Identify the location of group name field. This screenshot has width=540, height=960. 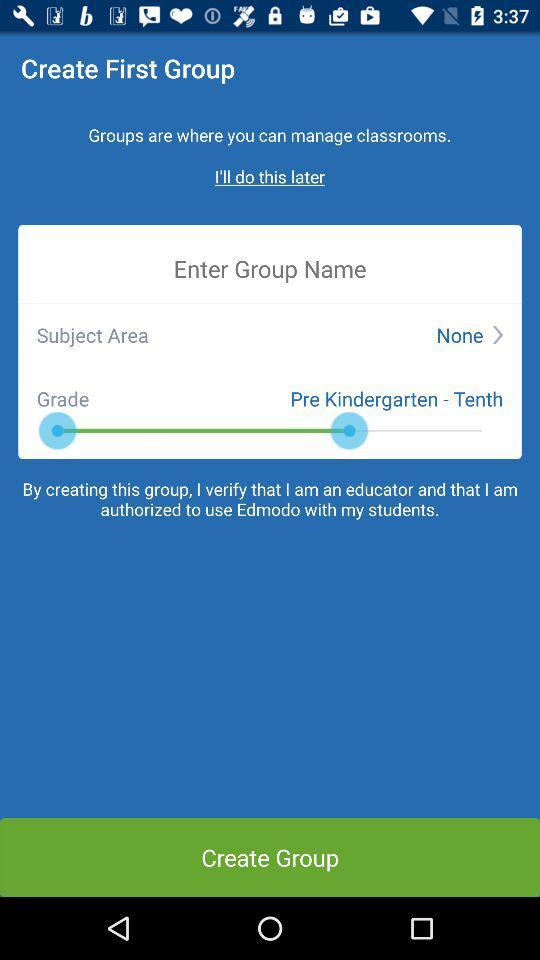
(270, 267).